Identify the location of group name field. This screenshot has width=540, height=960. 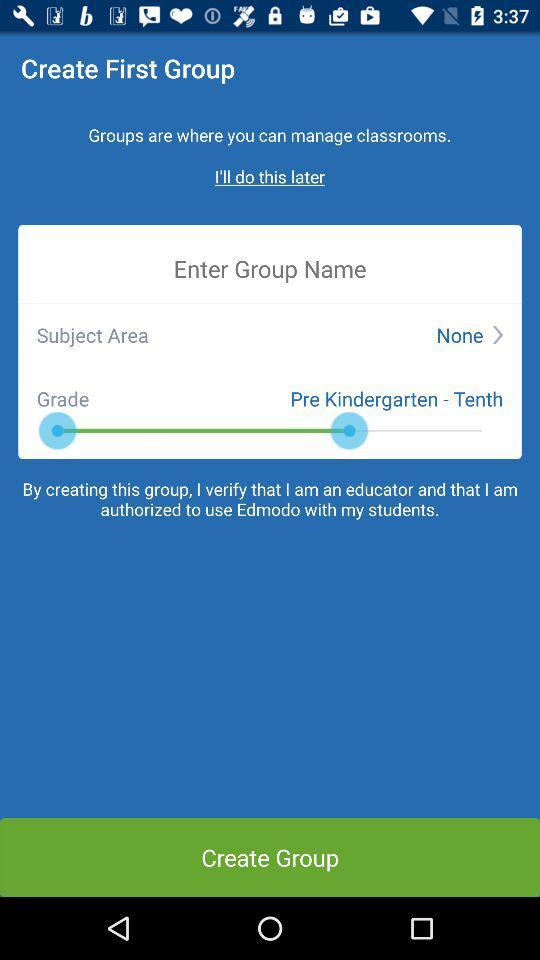
(270, 267).